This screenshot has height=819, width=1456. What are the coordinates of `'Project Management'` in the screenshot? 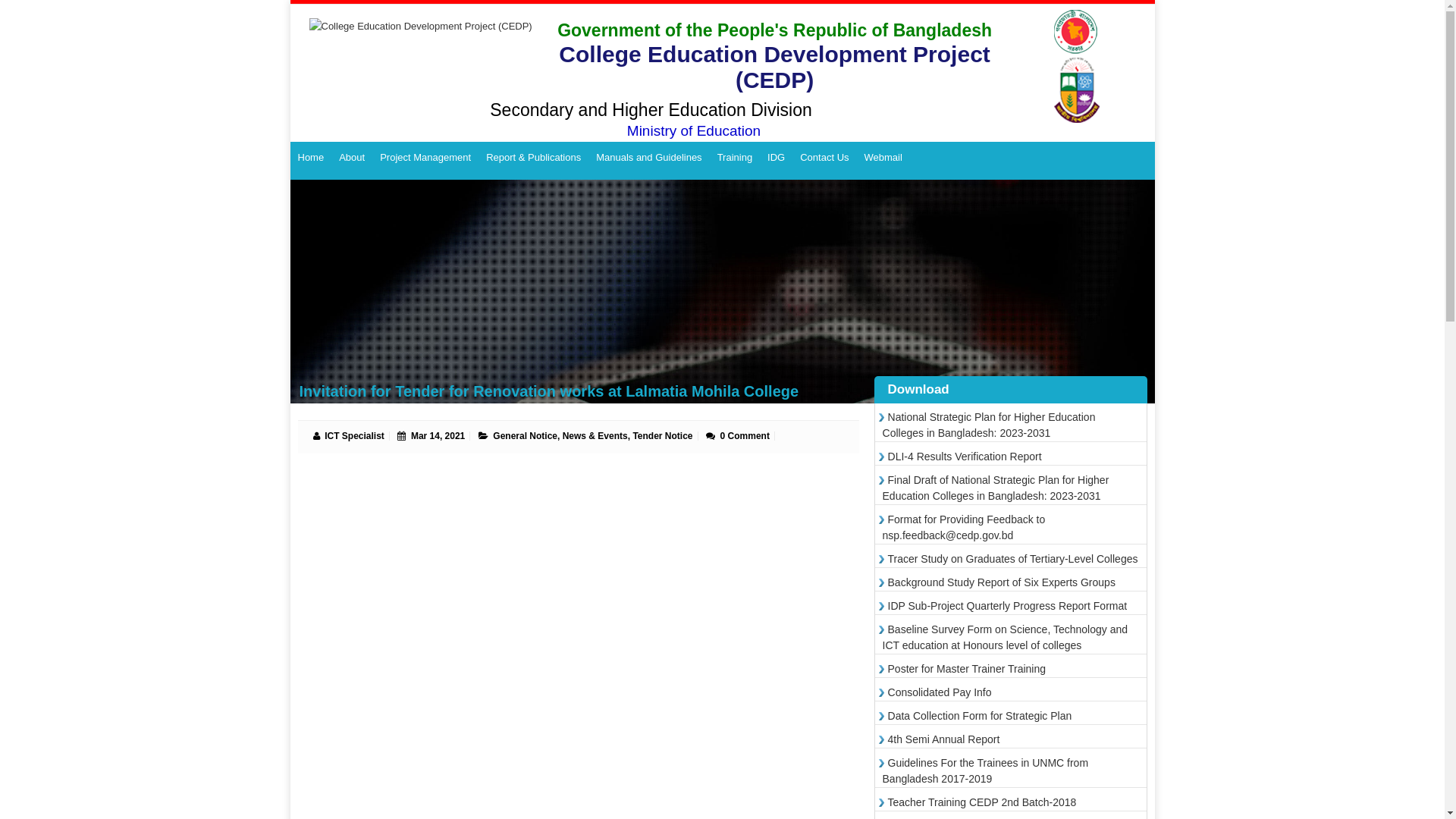 It's located at (425, 158).